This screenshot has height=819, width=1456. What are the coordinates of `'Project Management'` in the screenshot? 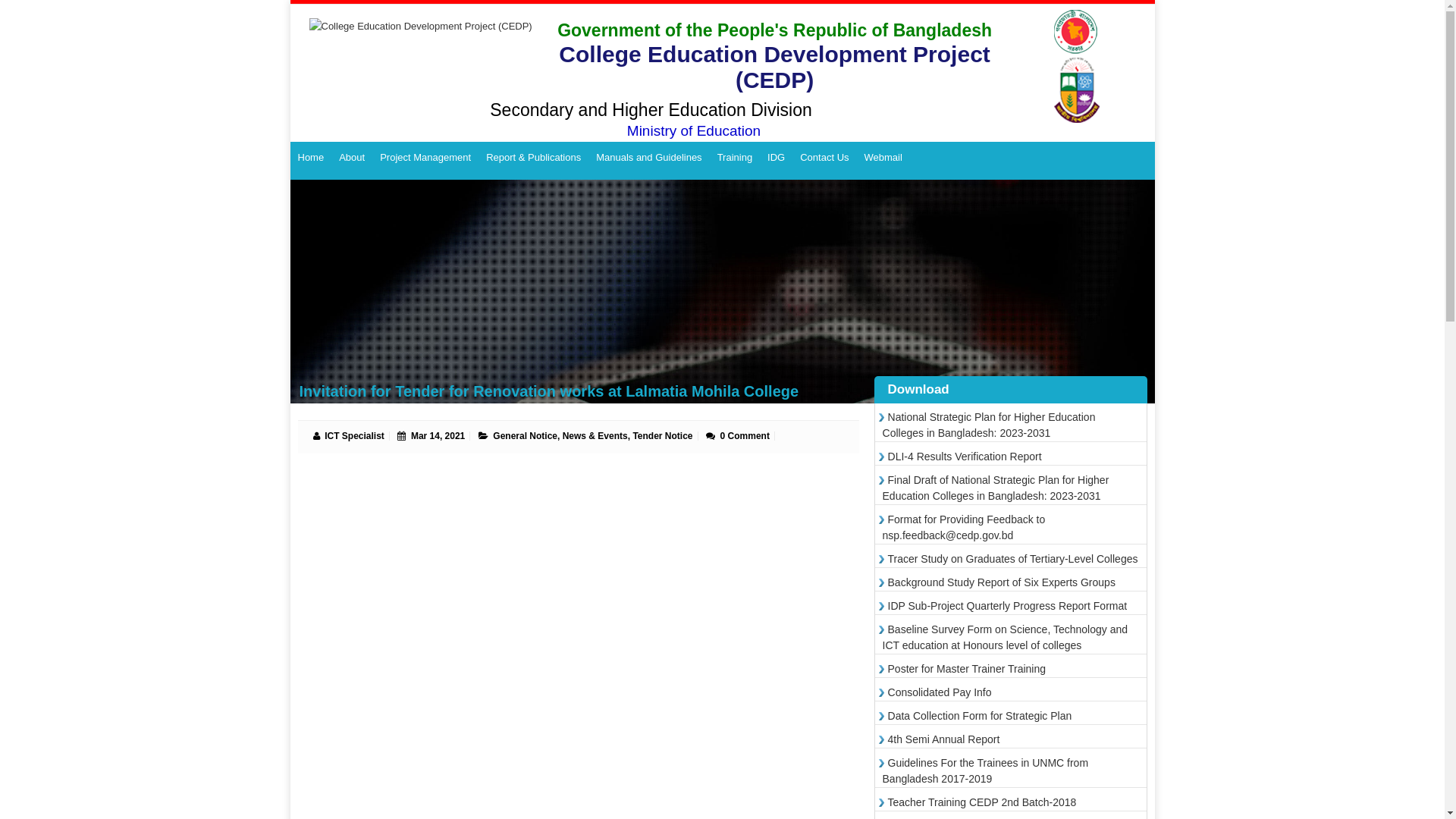 It's located at (425, 158).